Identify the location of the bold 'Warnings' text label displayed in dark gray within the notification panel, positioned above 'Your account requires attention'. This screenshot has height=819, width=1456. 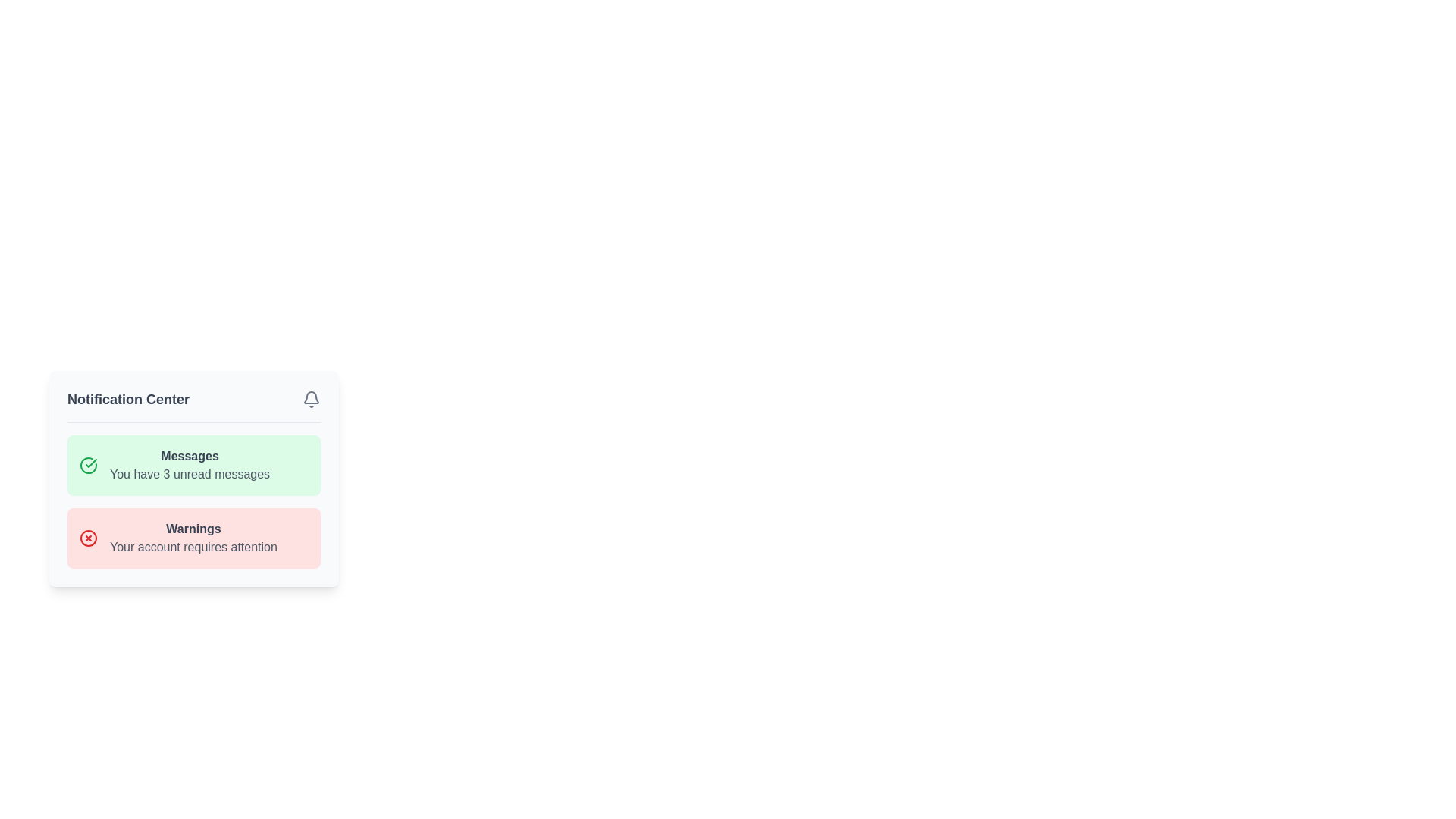
(193, 529).